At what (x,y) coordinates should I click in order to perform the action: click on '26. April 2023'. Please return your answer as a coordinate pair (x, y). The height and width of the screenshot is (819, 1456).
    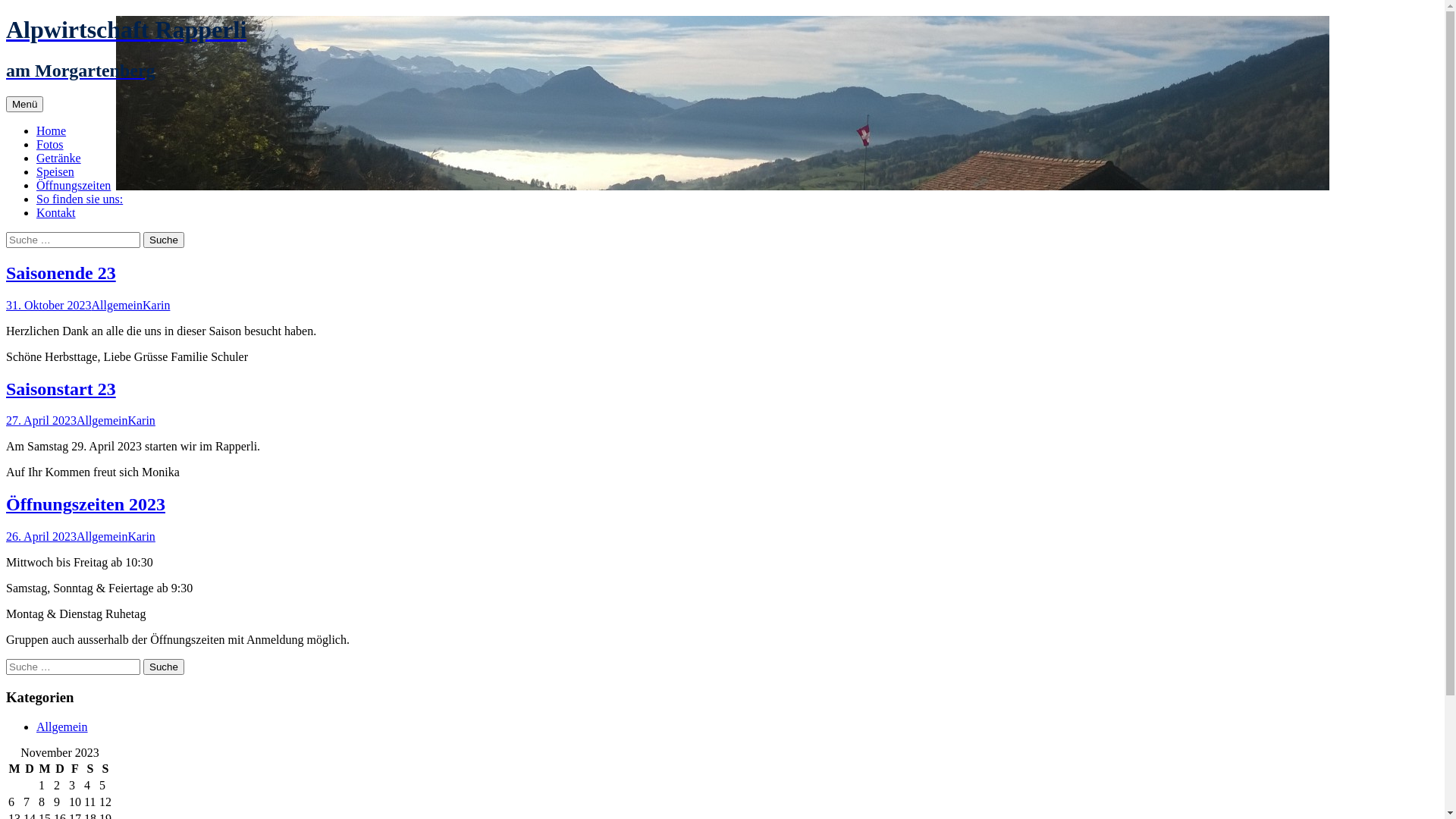
    Looking at the image, I should click on (6, 535).